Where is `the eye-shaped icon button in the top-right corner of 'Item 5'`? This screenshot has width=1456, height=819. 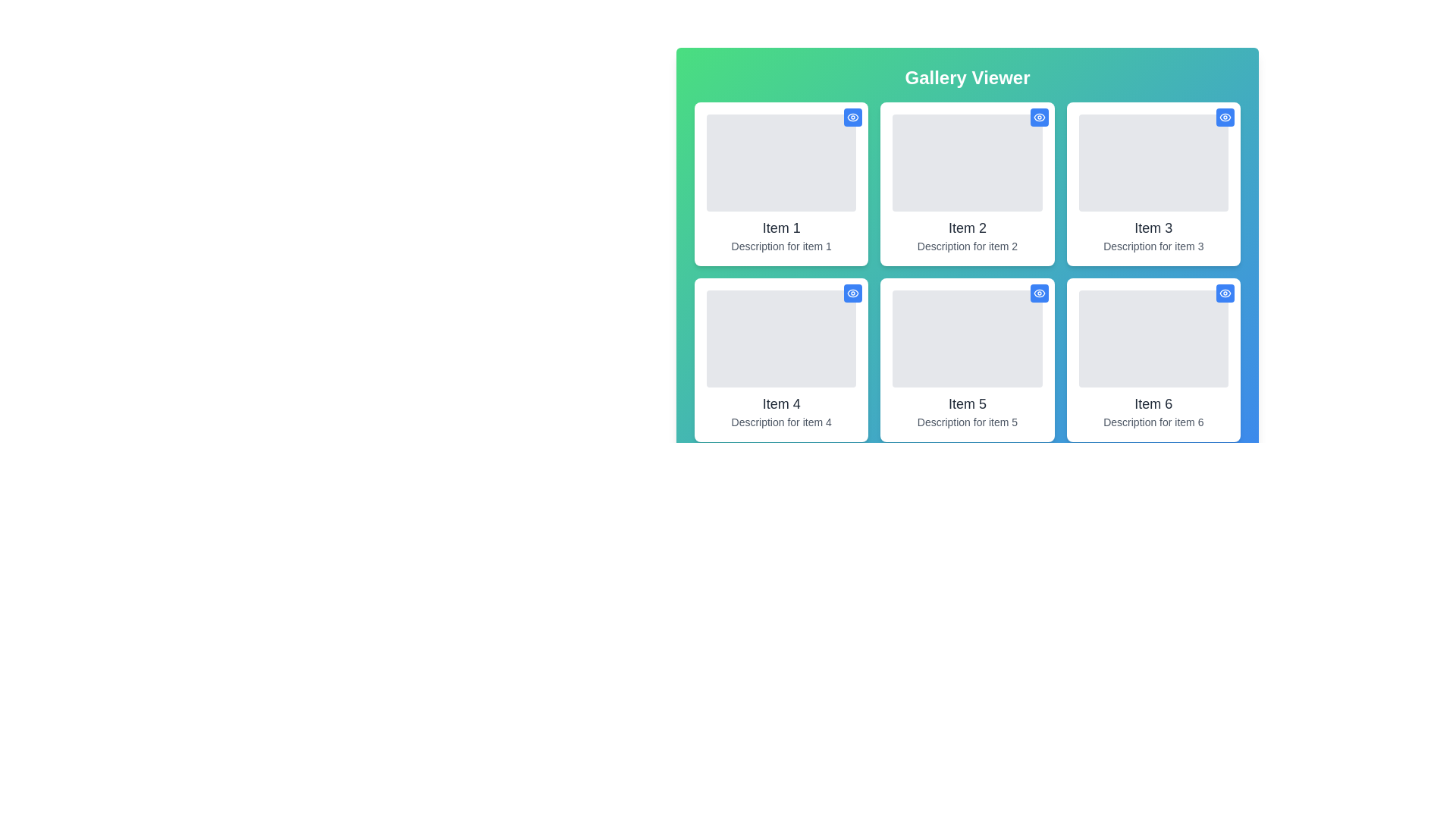
the eye-shaped icon button in the top-right corner of 'Item 5' is located at coordinates (1038, 293).